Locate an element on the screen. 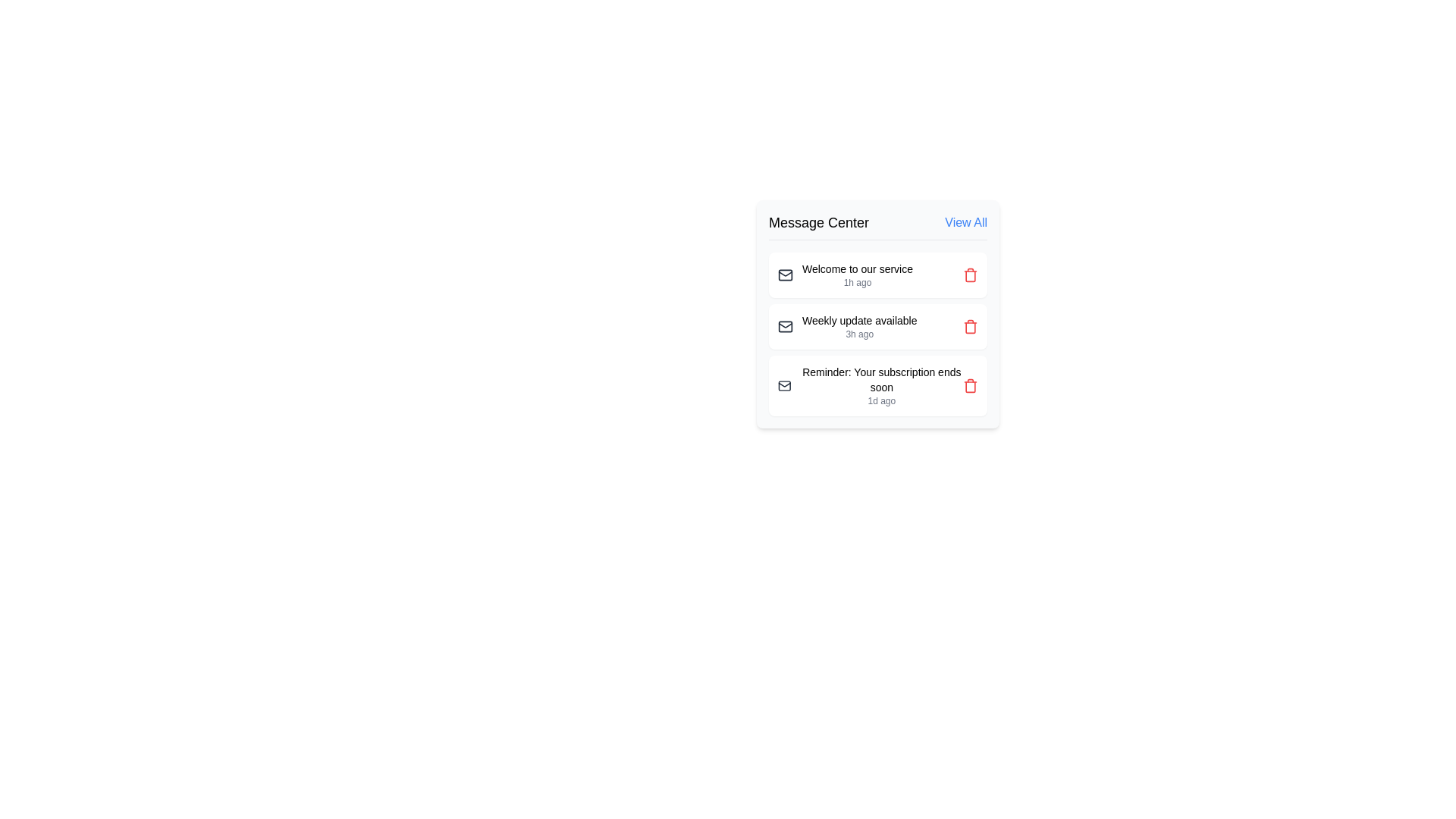  the second notification item in the 'Message Center' list is located at coordinates (846, 326).